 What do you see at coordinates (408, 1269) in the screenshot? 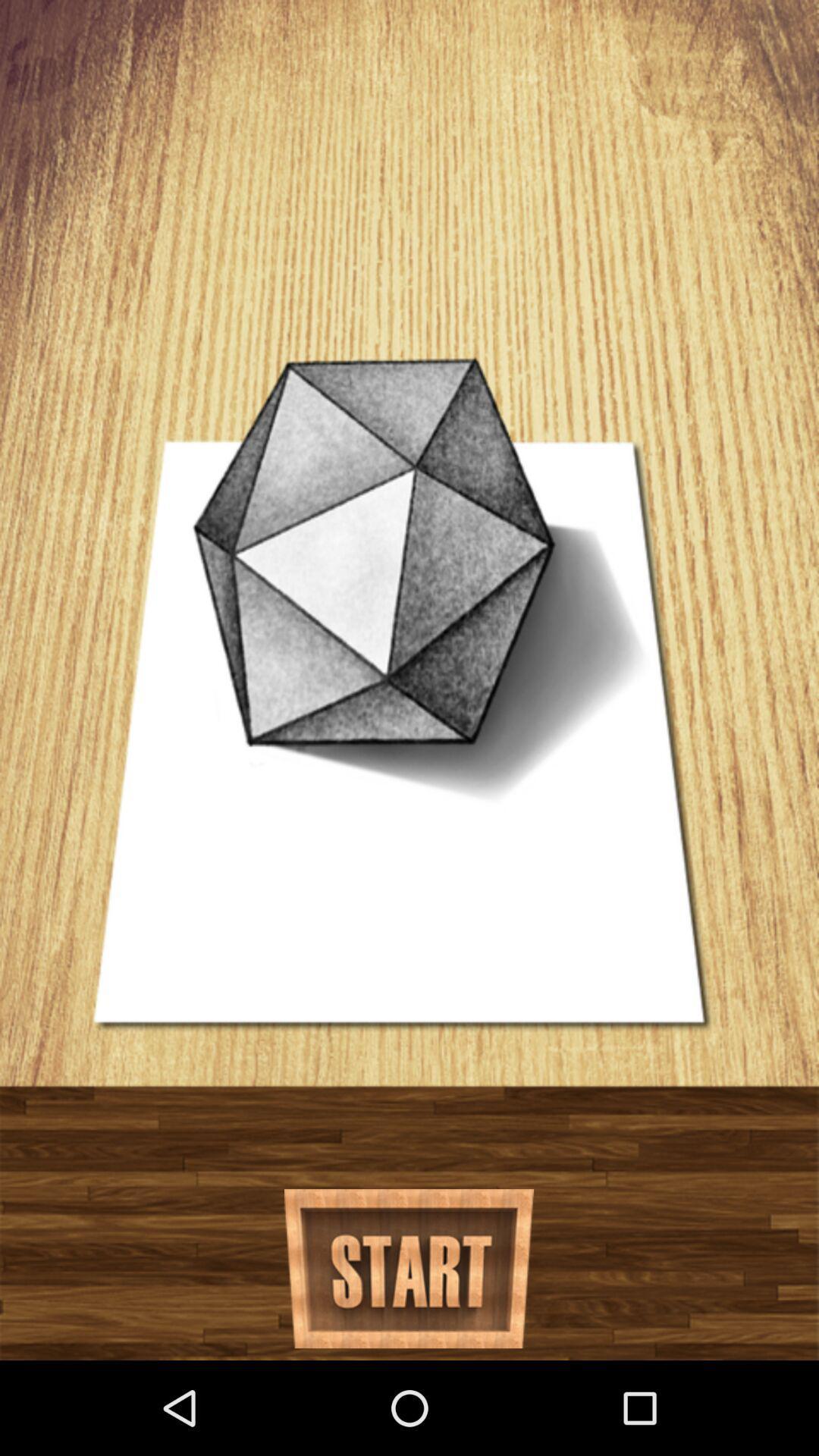
I see `go start` at bounding box center [408, 1269].